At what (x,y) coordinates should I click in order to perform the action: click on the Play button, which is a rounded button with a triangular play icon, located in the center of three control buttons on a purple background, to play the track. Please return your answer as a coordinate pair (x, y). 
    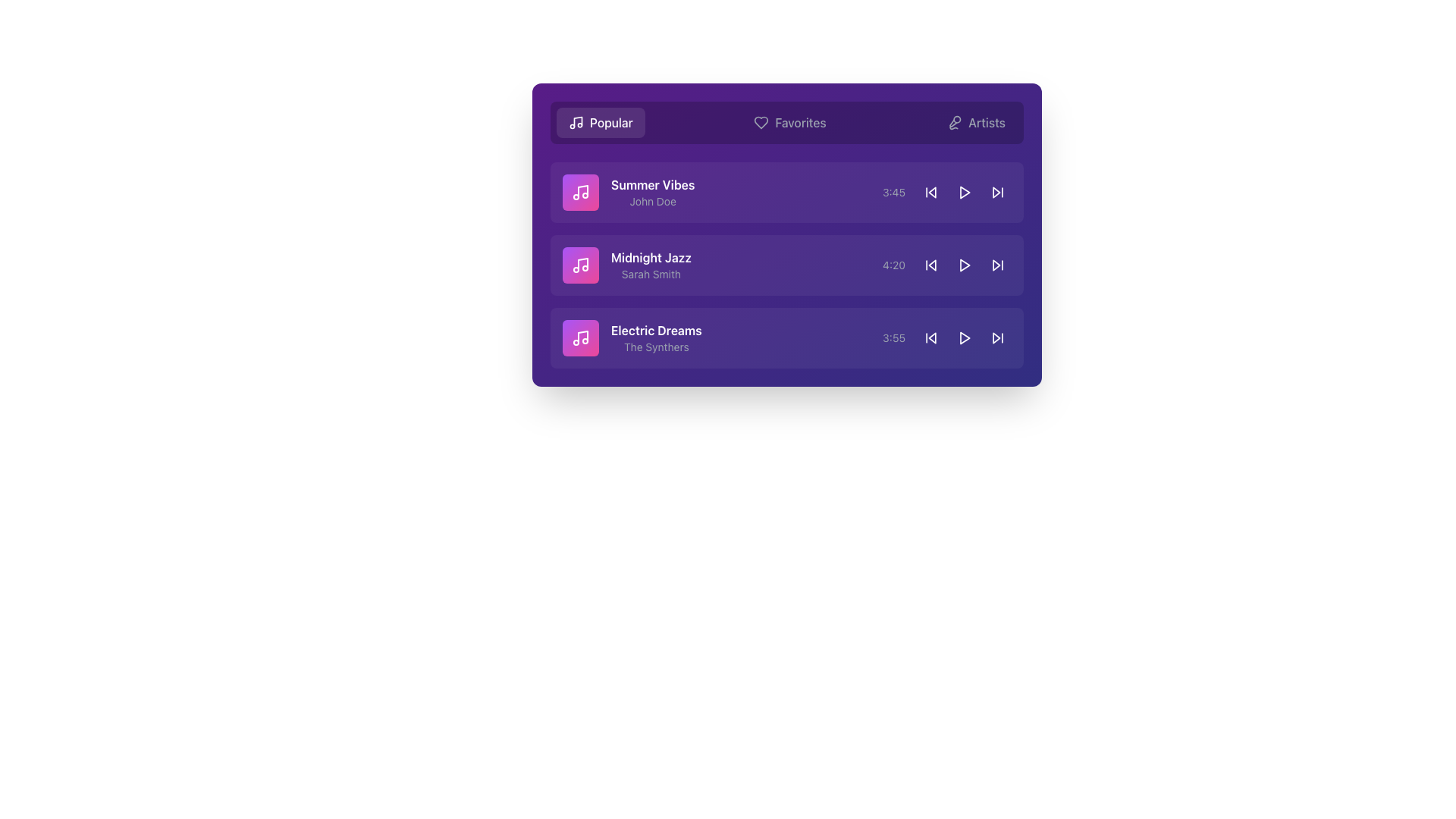
    Looking at the image, I should click on (964, 192).